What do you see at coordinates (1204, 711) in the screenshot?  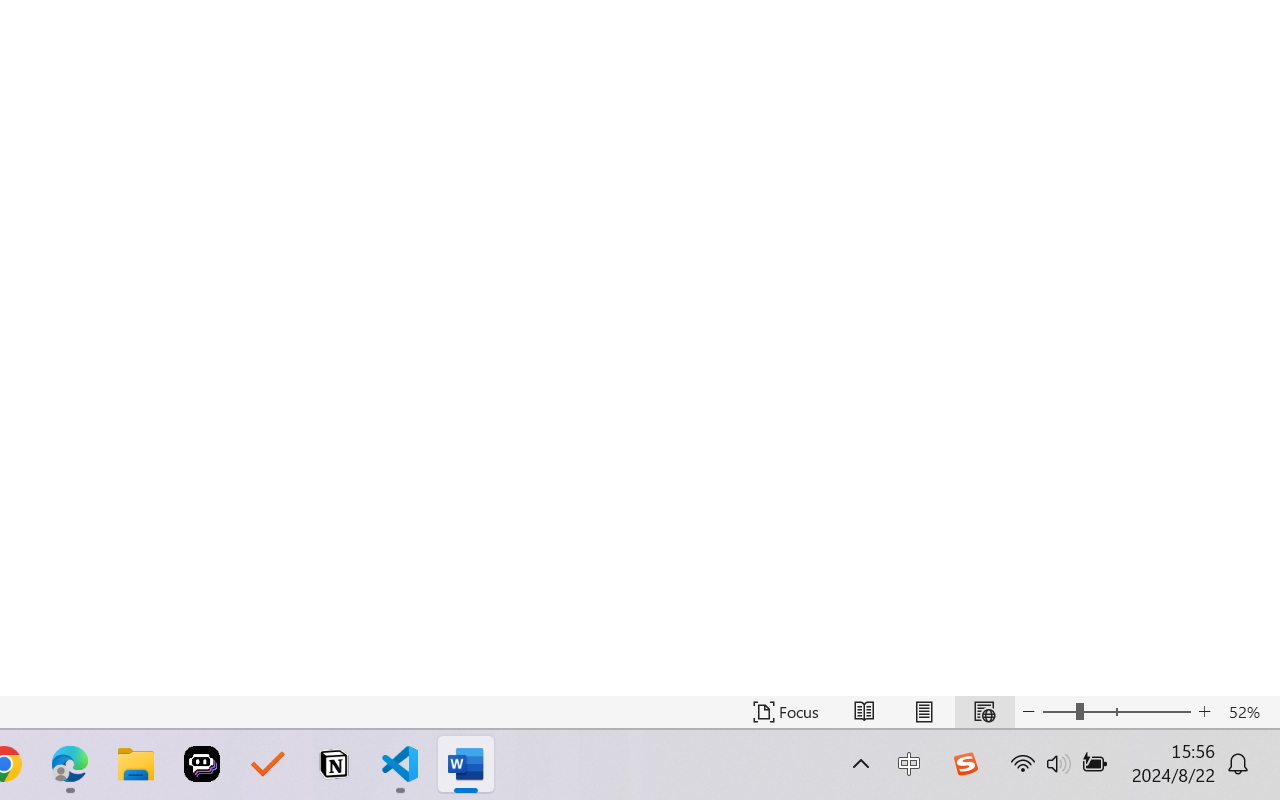 I see `'Zoom In'` at bounding box center [1204, 711].